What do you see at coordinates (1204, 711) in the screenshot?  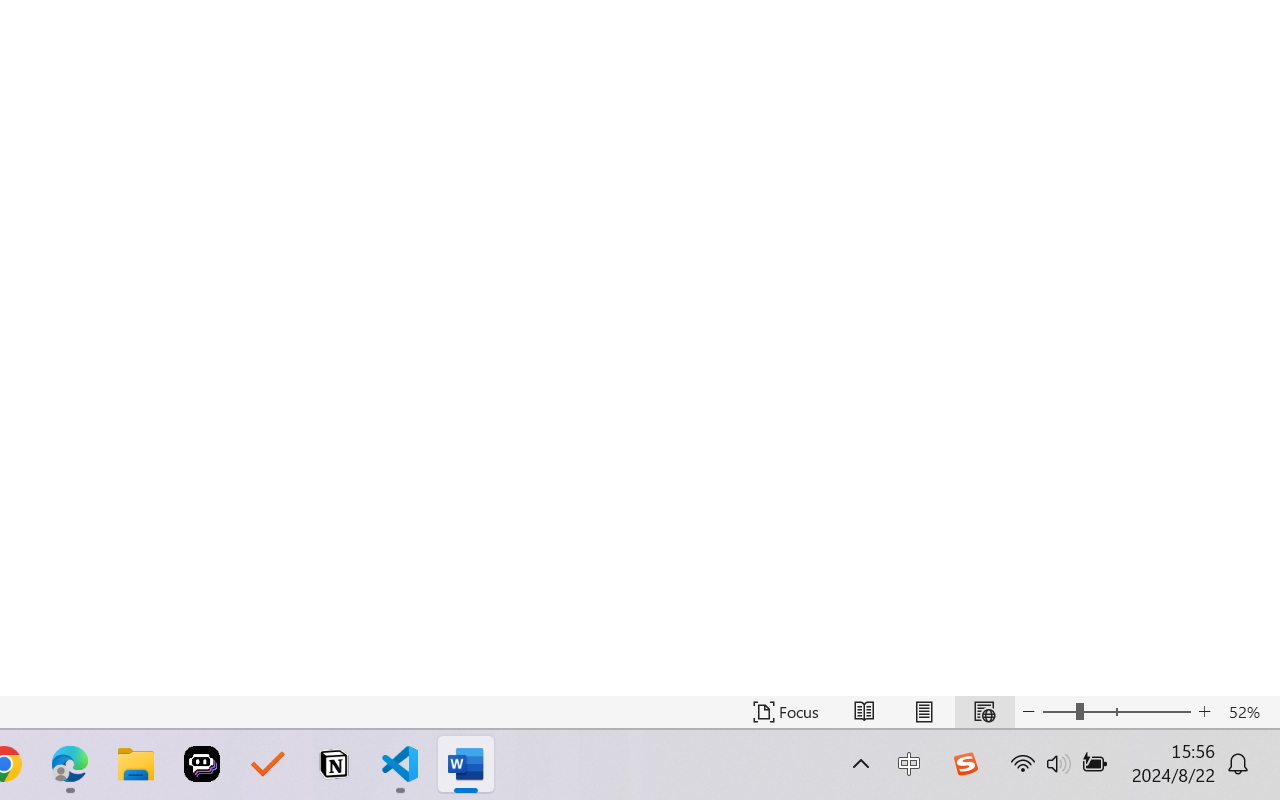 I see `'Zoom In'` at bounding box center [1204, 711].